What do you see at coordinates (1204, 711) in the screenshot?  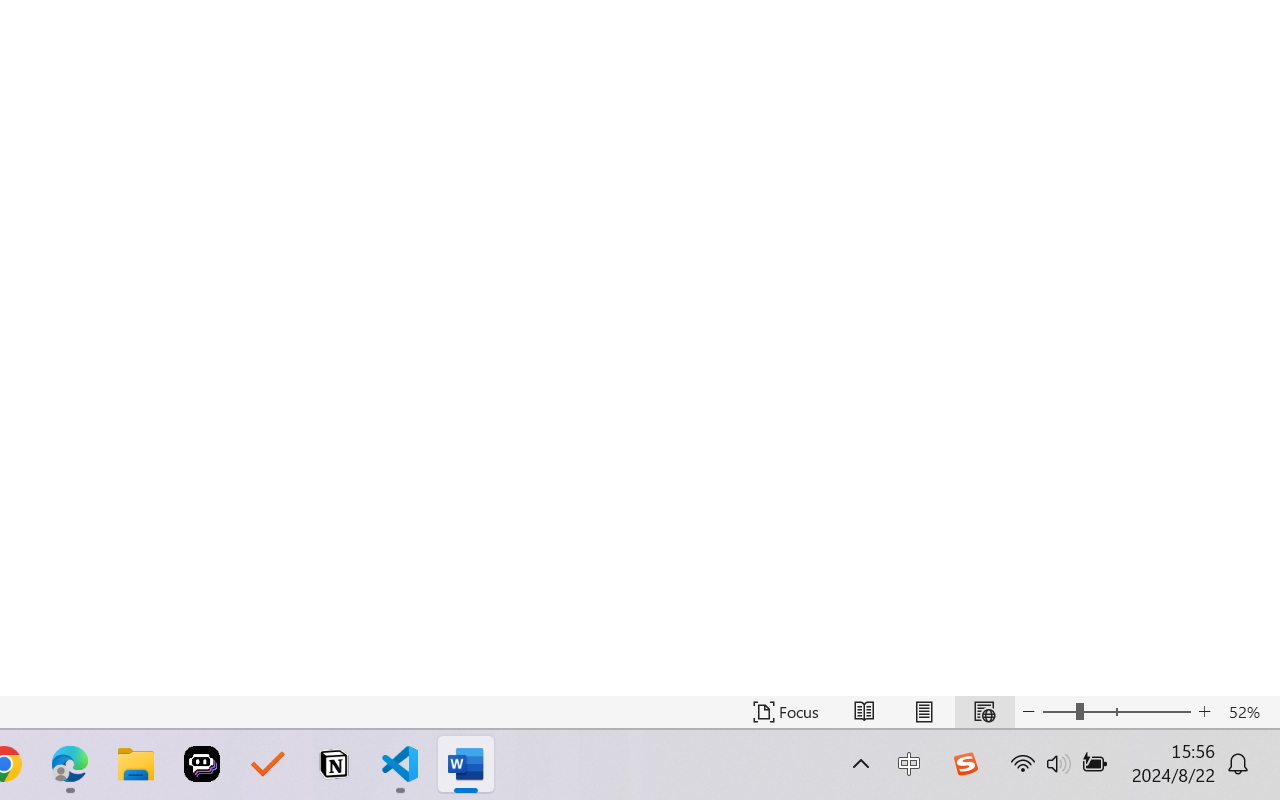 I see `'Zoom In'` at bounding box center [1204, 711].